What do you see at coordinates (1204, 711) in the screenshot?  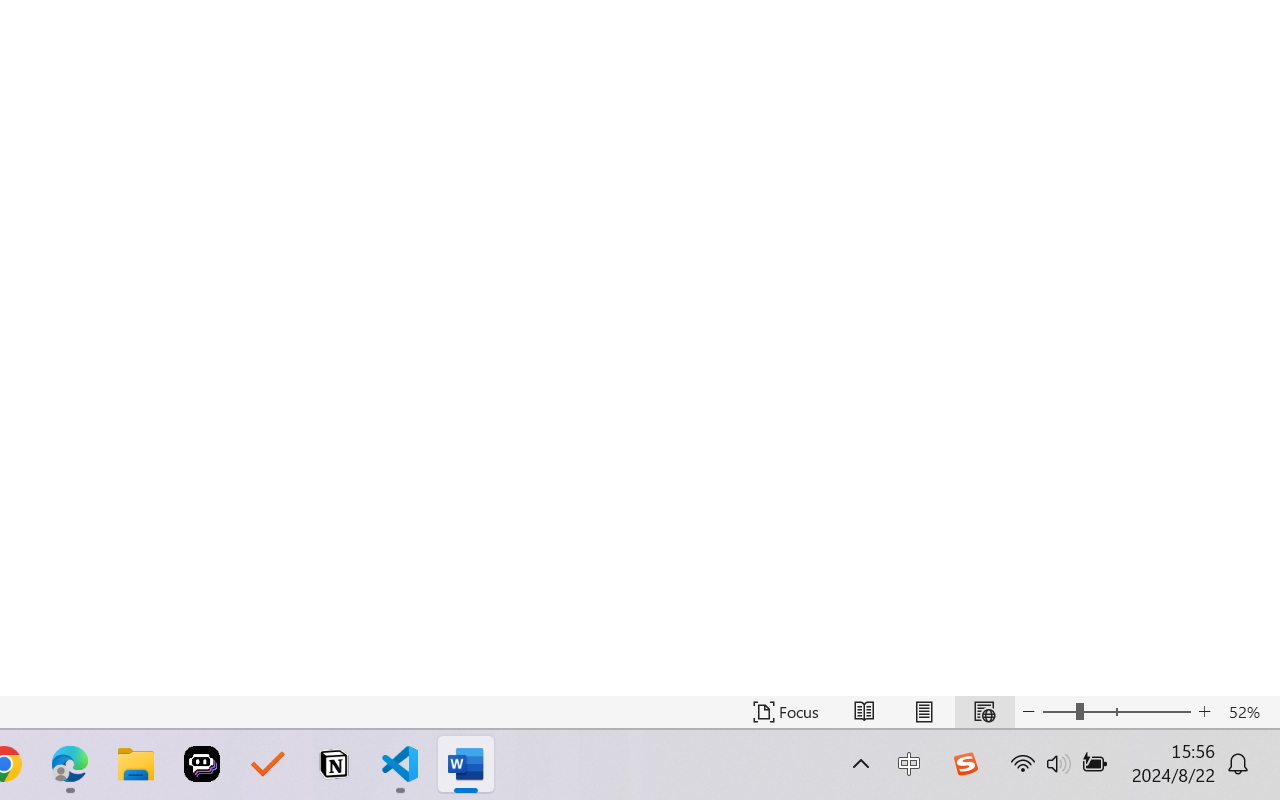 I see `'Zoom In'` at bounding box center [1204, 711].